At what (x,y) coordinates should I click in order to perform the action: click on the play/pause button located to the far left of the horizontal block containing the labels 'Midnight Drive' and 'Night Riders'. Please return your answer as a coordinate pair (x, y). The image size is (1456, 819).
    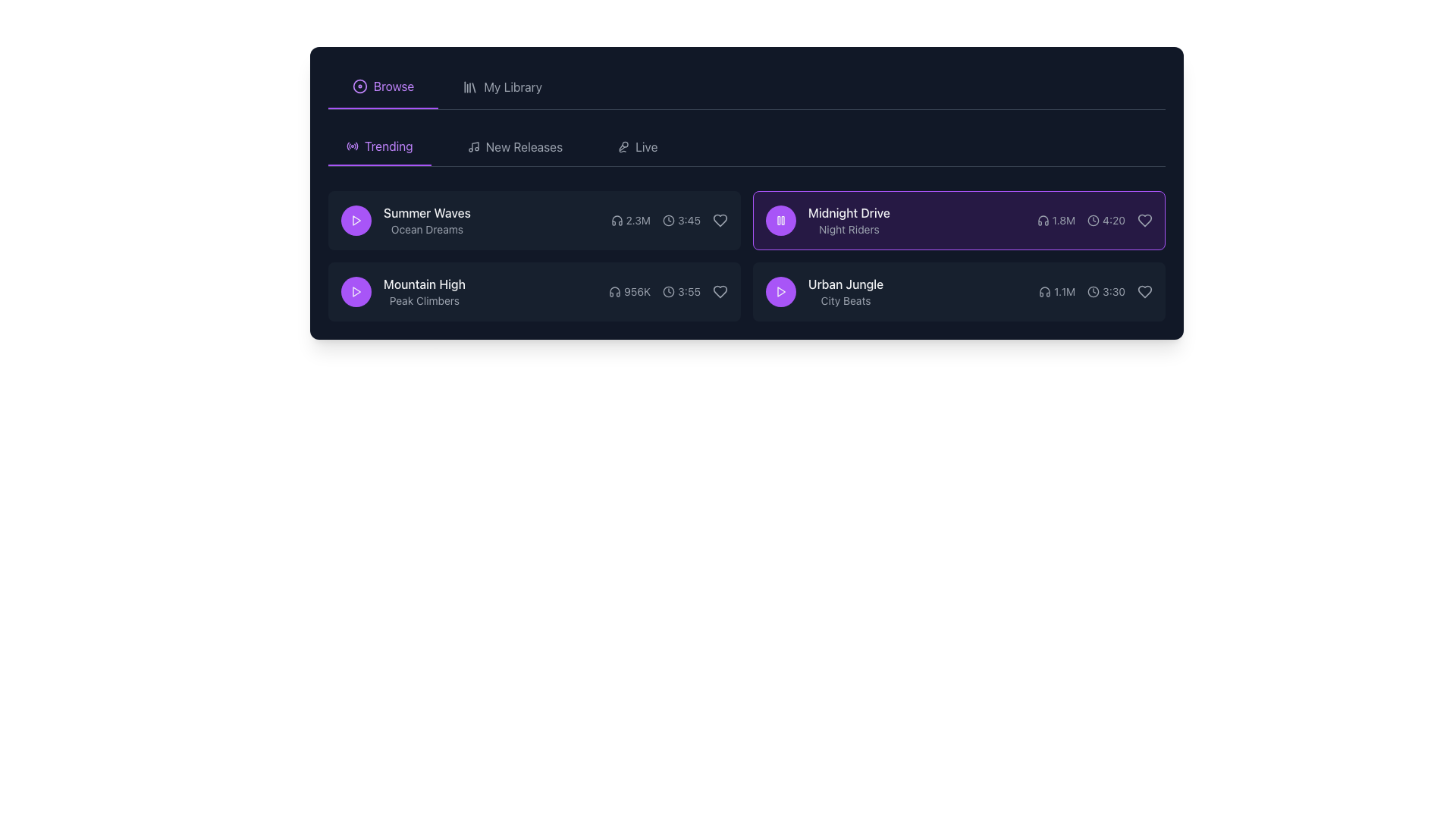
    Looking at the image, I should click on (781, 220).